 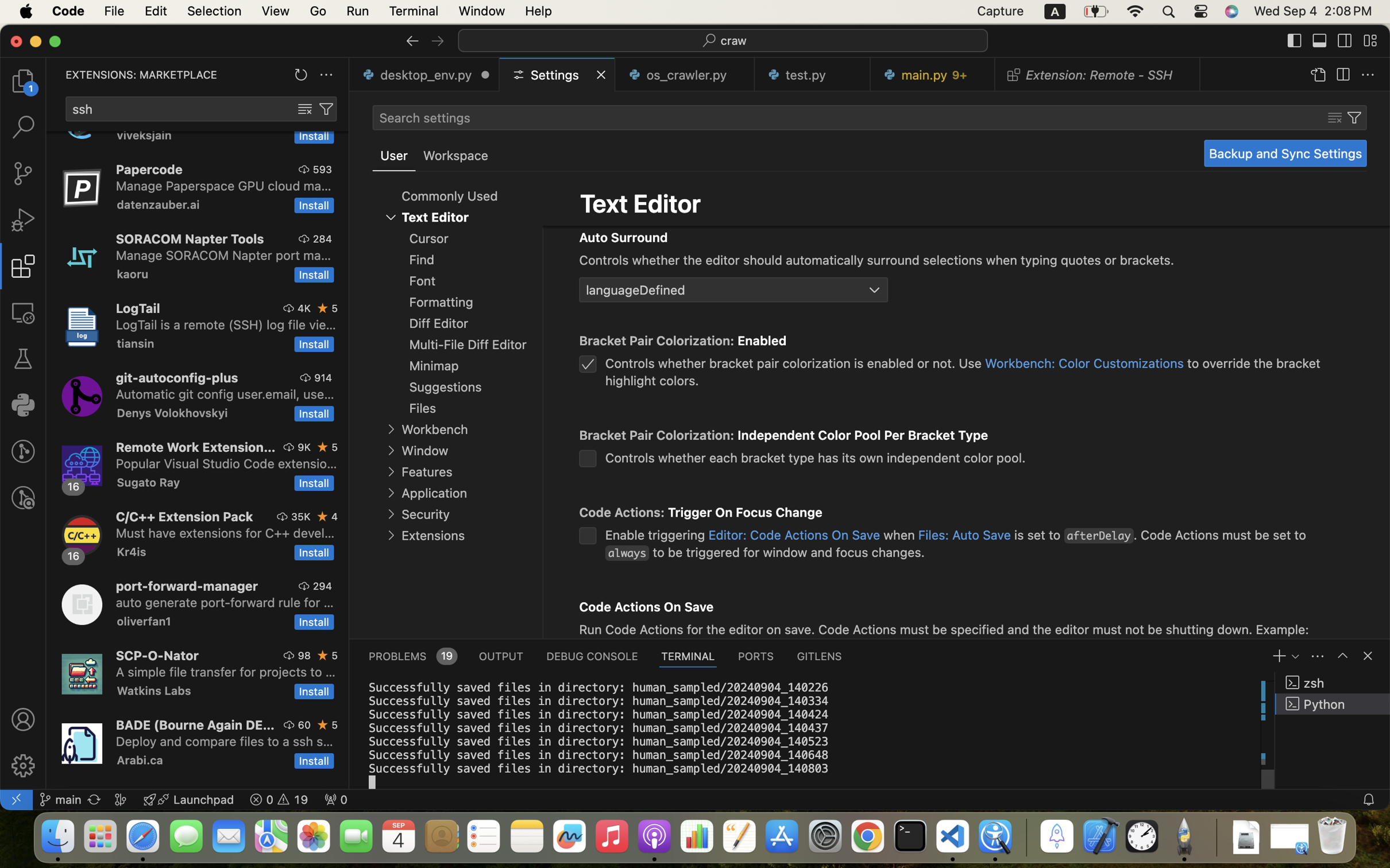 I want to click on 'craw', so click(x=733, y=40).